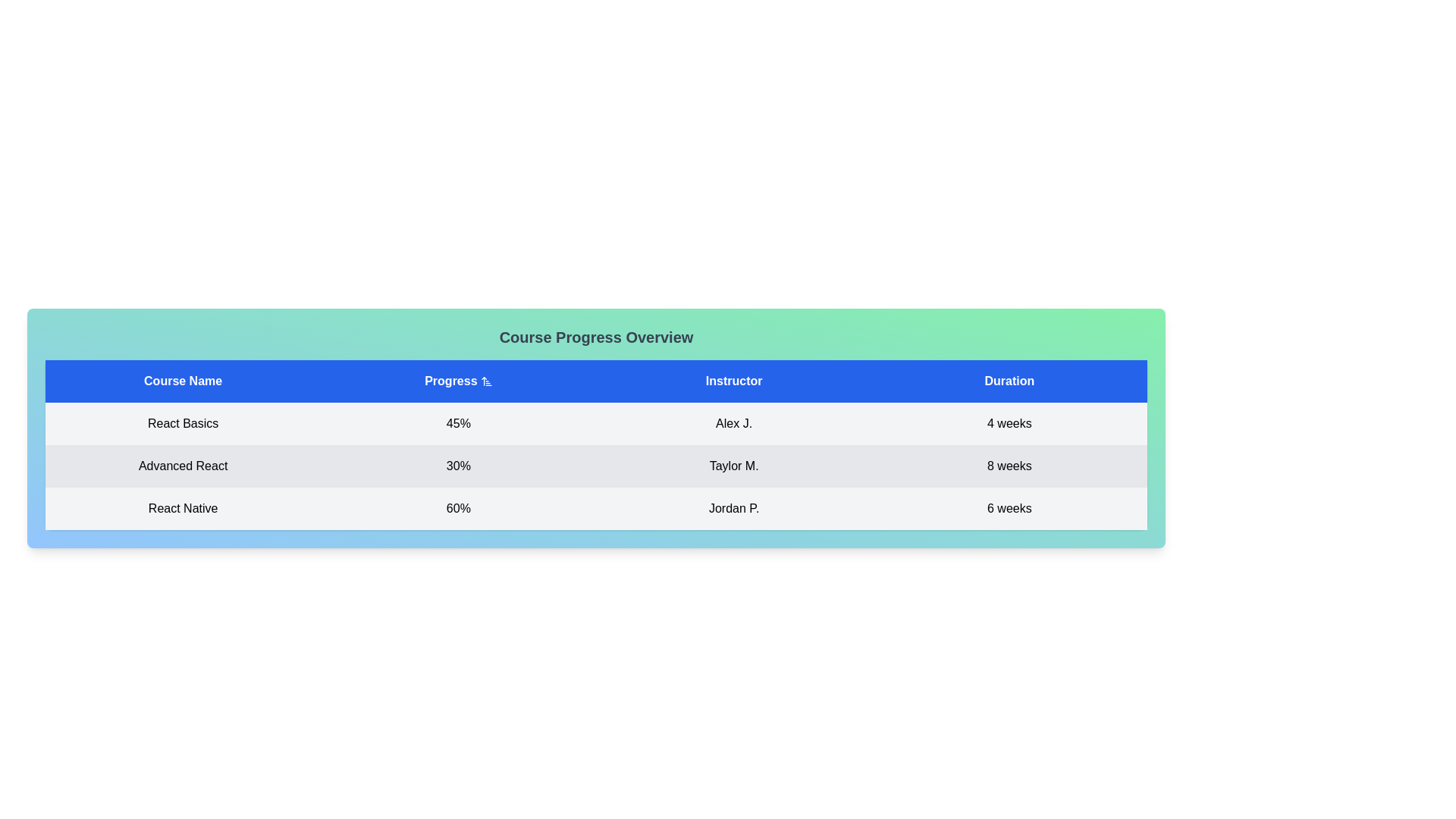 The height and width of the screenshot is (819, 1456). I want to click on the second row of the table displaying information about the 'Advanced React' course, so click(595, 465).